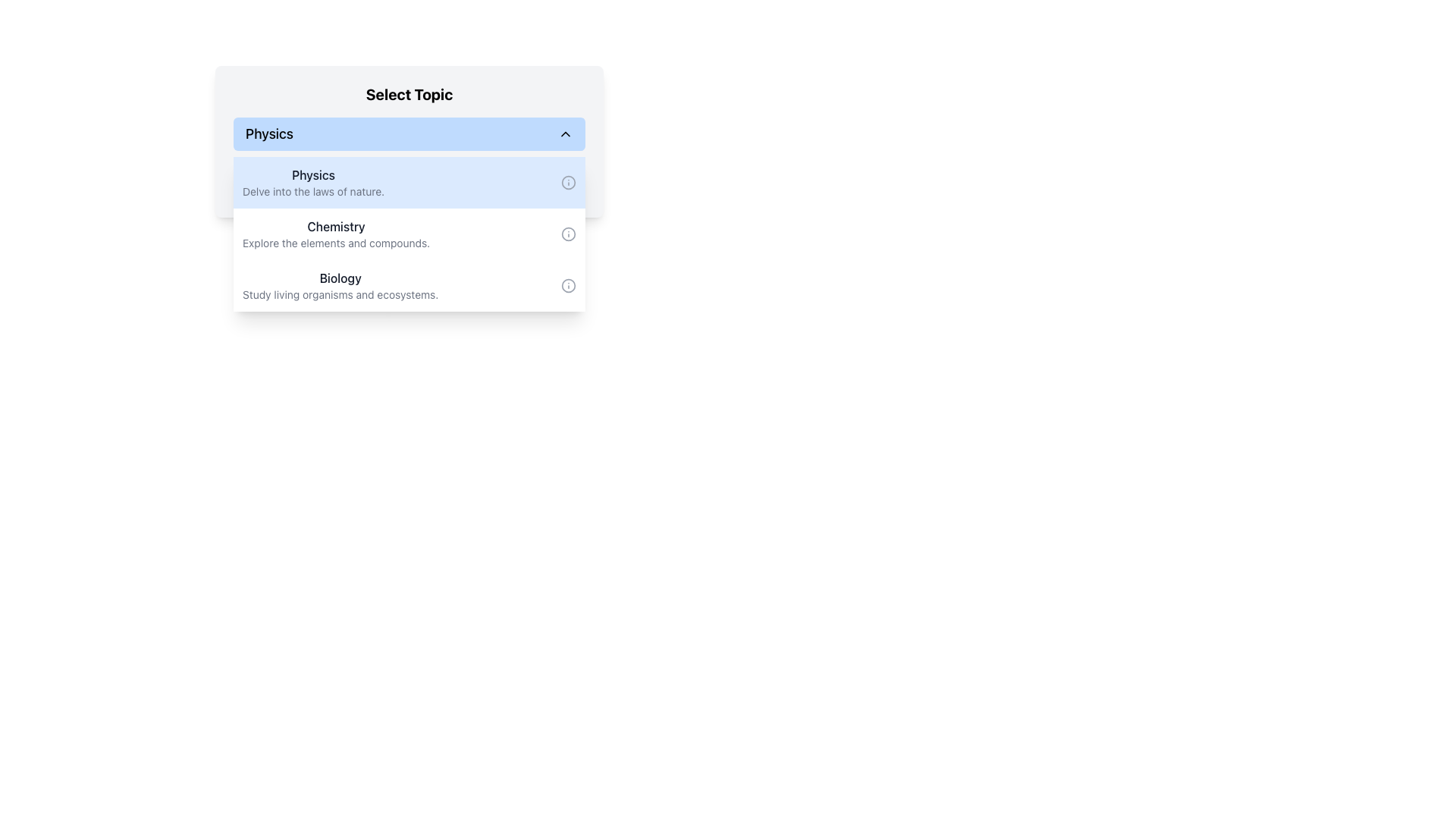 This screenshot has width=1456, height=819. What do you see at coordinates (564, 133) in the screenshot?
I see `the Chevron icon that toggles the visibility of the 'Physics' dropdown menu` at bounding box center [564, 133].